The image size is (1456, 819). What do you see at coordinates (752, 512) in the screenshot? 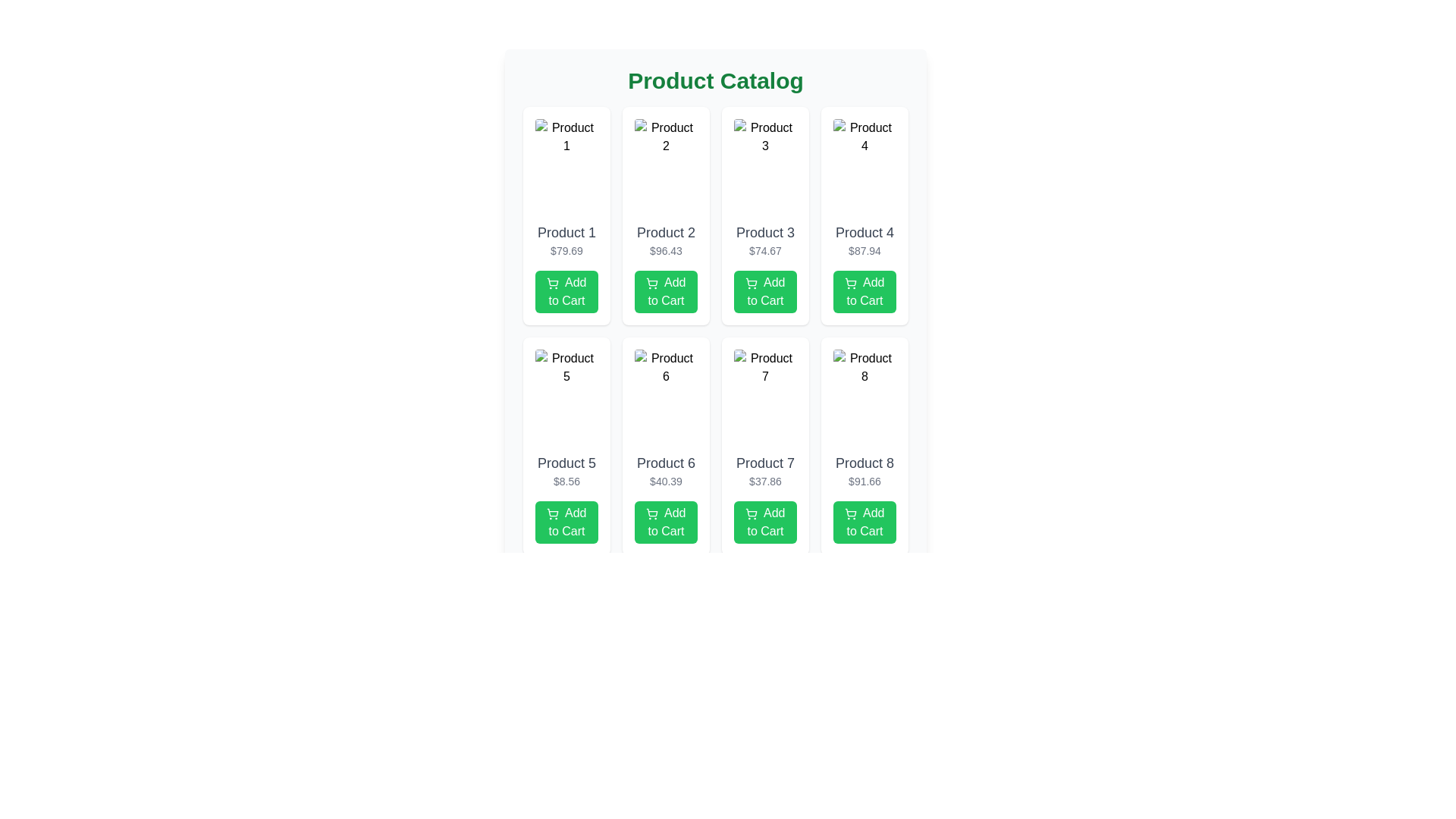
I see `the shopping cart icon located in the bottom right corner of the 'Add to Cart' button for the seventh product in the product catalog grid` at bounding box center [752, 512].